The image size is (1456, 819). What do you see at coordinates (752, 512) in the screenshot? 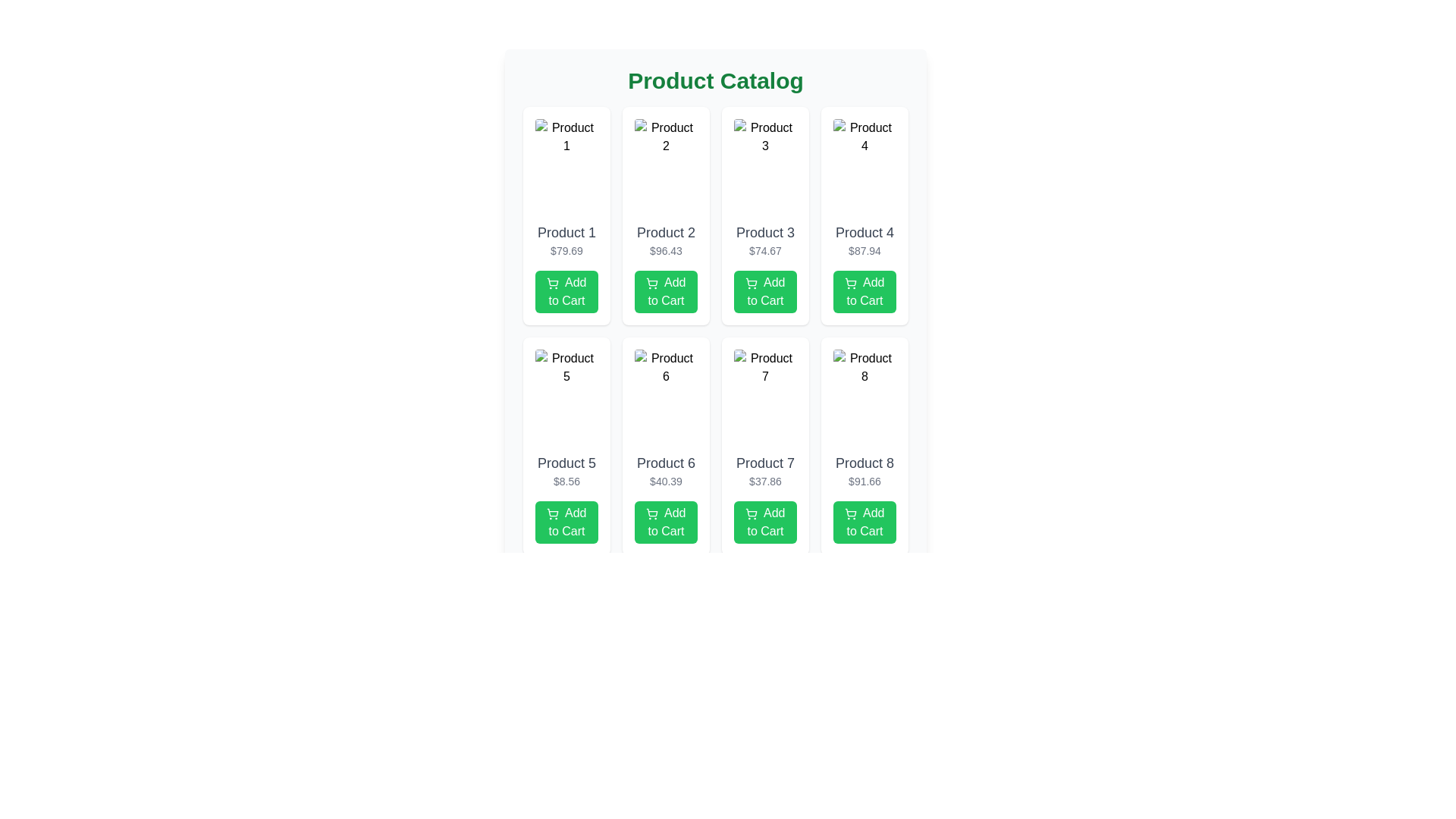
I see `the shopping cart icon located in the bottom right corner of the 'Add to Cart' button for the seventh product in the product catalog grid` at bounding box center [752, 512].